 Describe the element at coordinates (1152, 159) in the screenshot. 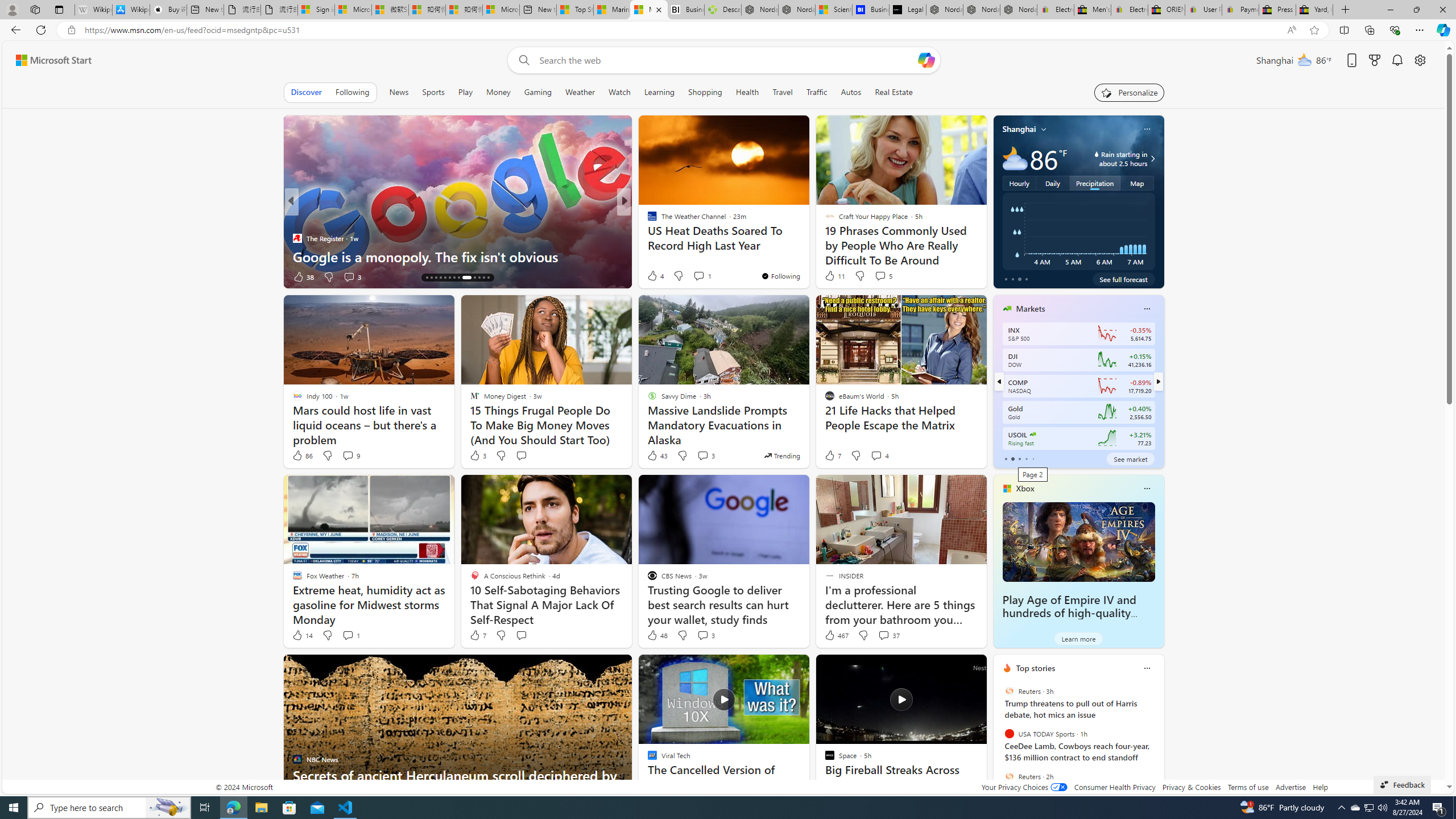

I see `'Class: weather-arrow-glyph'` at that location.